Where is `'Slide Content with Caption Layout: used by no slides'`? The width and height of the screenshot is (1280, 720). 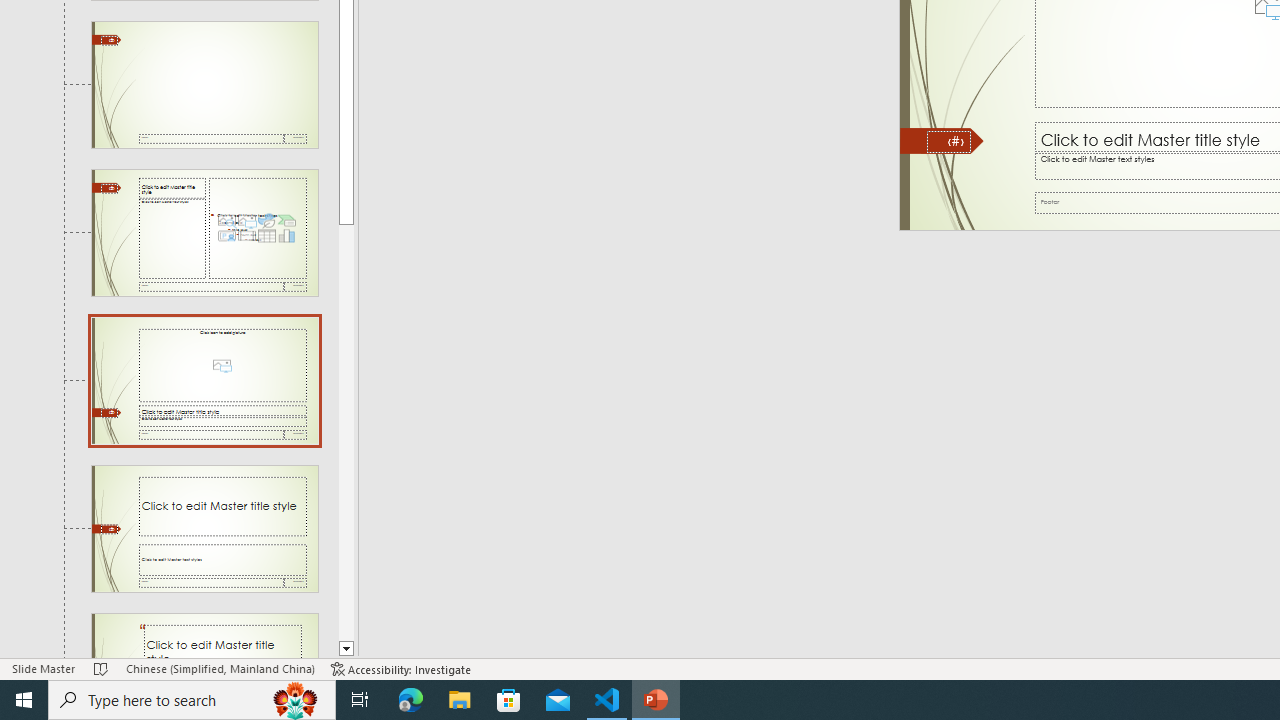
'Slide Content with Caption Layout: used by no slides' is located at coordinates (204, 231).